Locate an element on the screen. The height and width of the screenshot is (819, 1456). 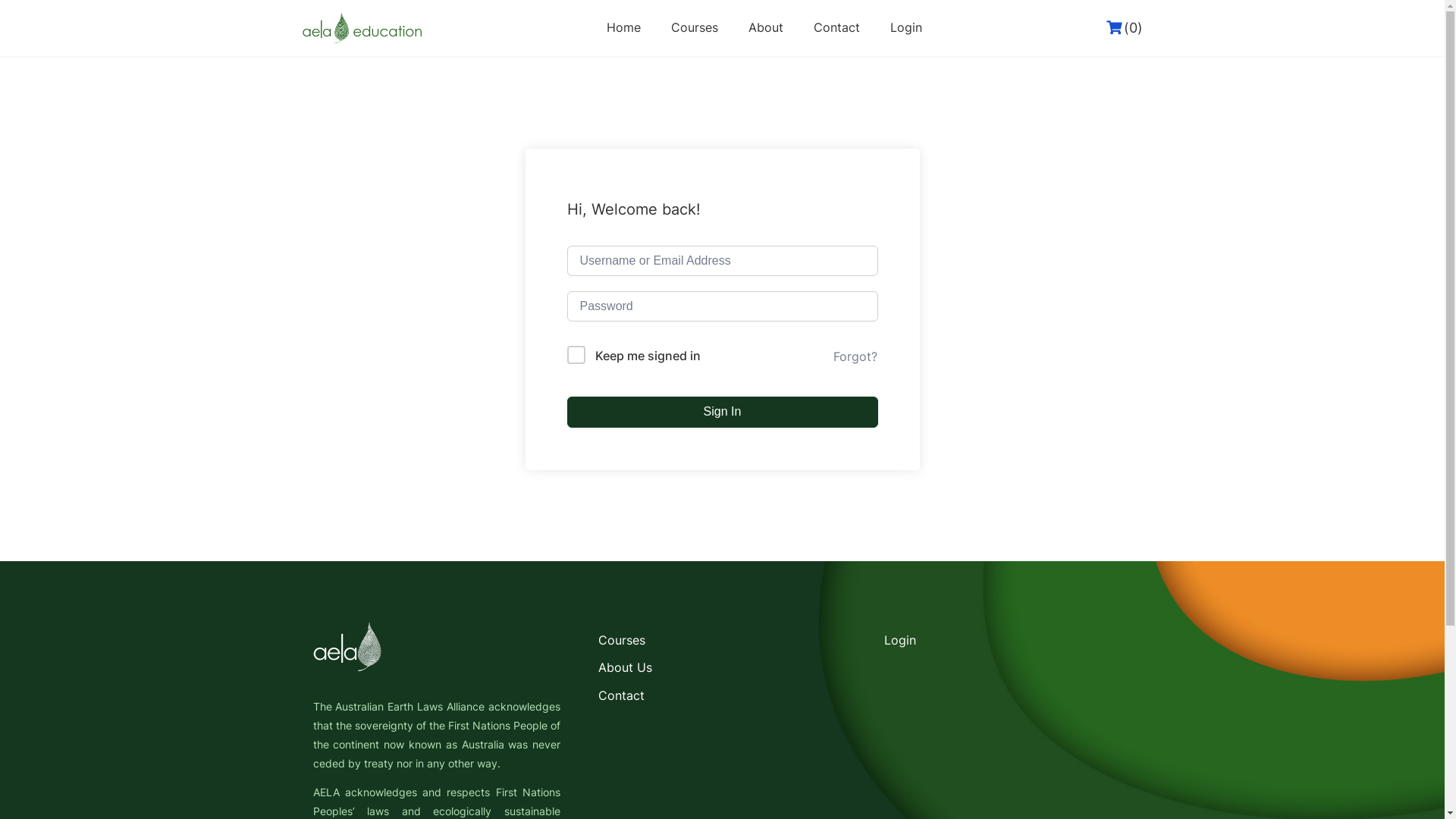
'About Us' is located at coordinates (625, 666).